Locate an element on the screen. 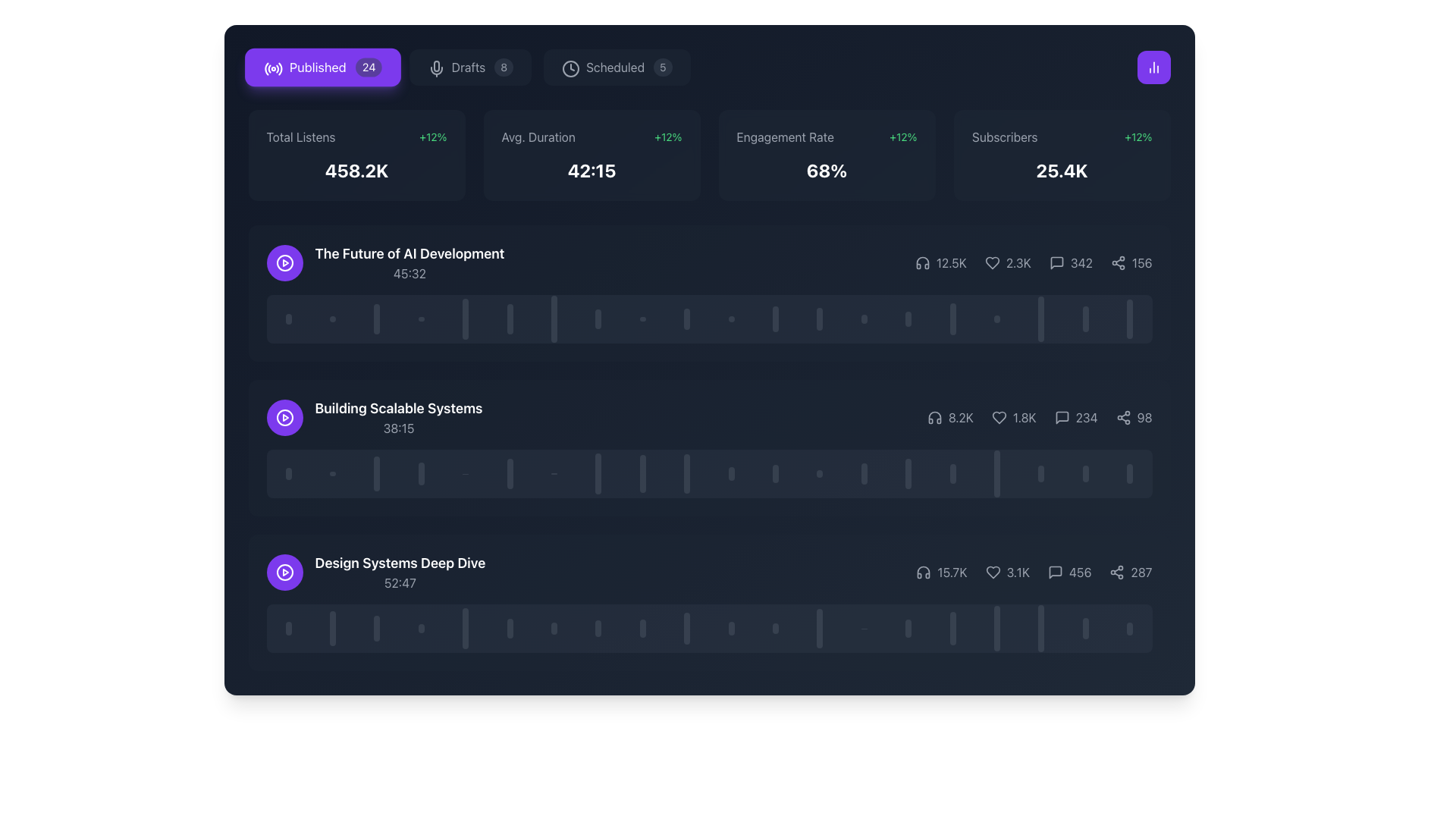  the text display element that represents a quantitative metric, positioned in the bottom row of the page and adjacent to an icon, specifically located to the left of the blocks showing '3.1K', '456', and '287' is located at coordinates (941, 573).